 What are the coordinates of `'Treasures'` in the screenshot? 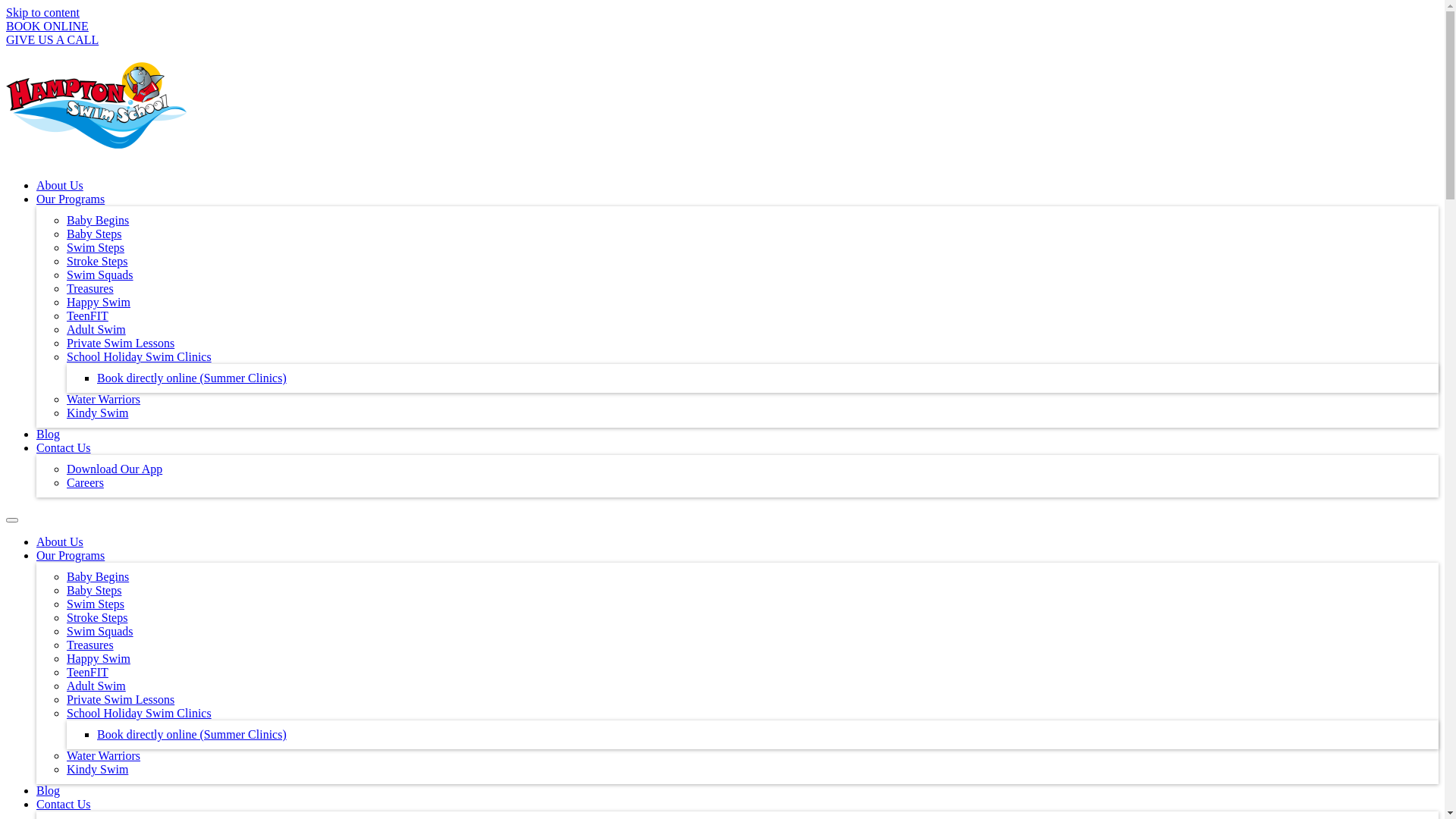 It's located at (89, 645).